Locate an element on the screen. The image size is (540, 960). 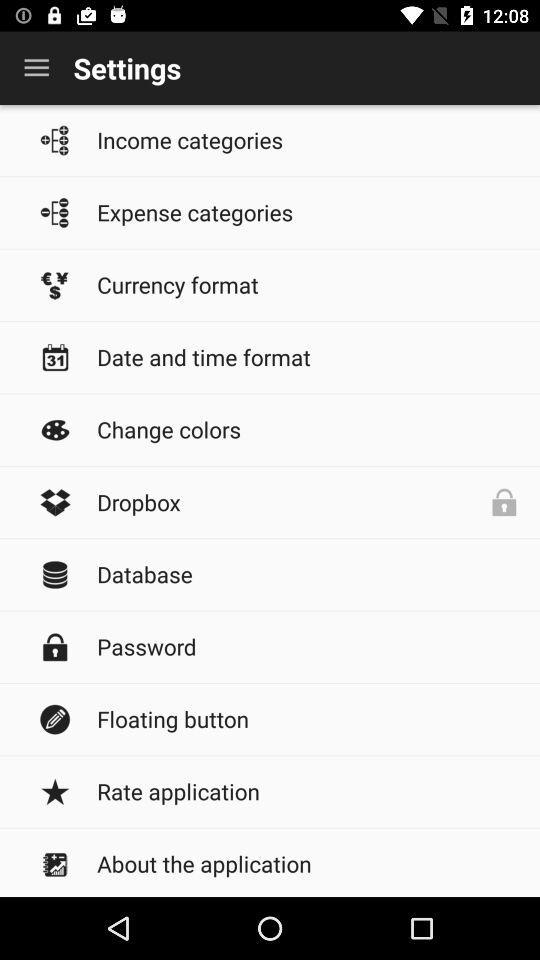
database icon is located at coordinates (308, 574).